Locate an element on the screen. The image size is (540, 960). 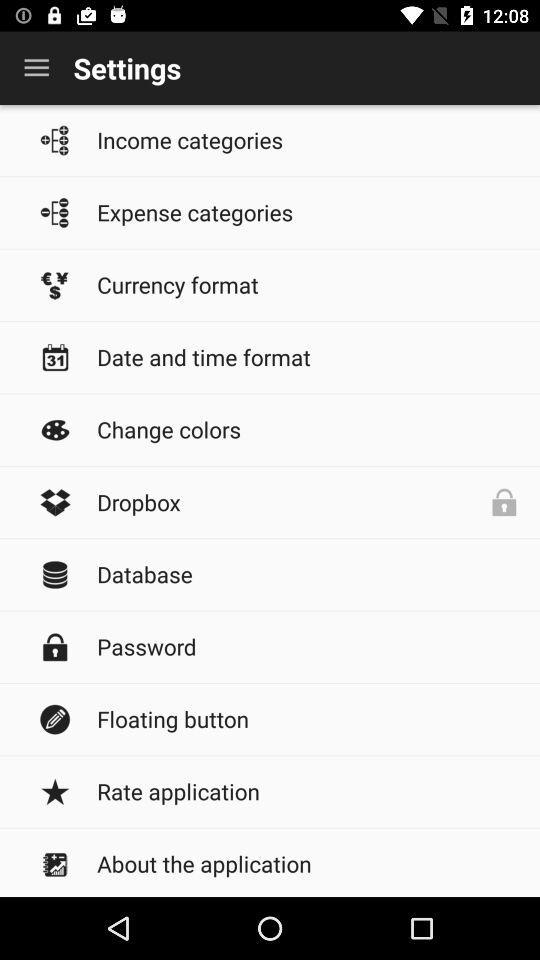
database icon is located at coordinates (308, 574).